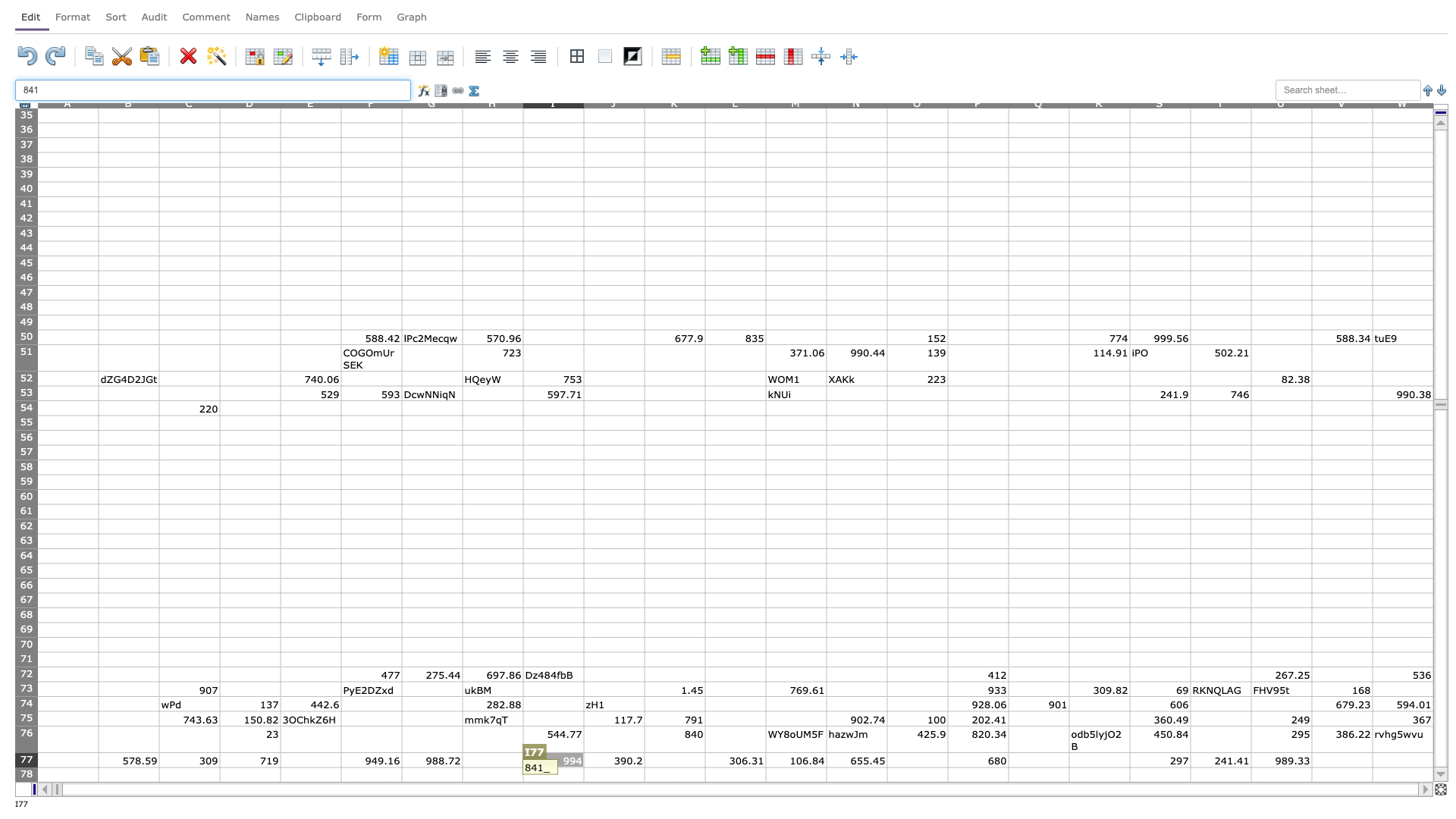 This screenshot has height=819, width=1456. I want to click on top left corner of cell N78, so click(825, 767).